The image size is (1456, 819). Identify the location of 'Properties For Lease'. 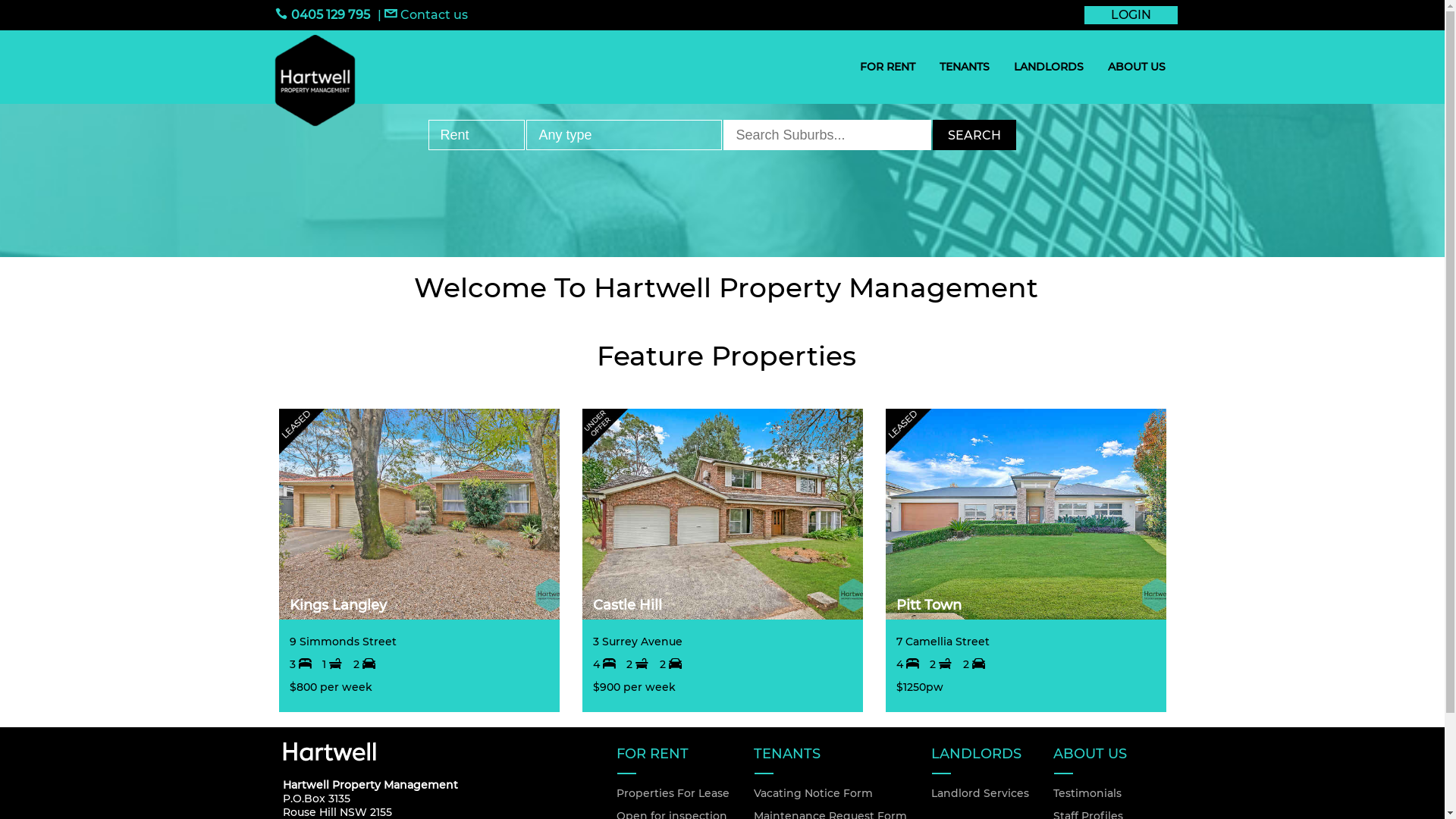
(671, 792).